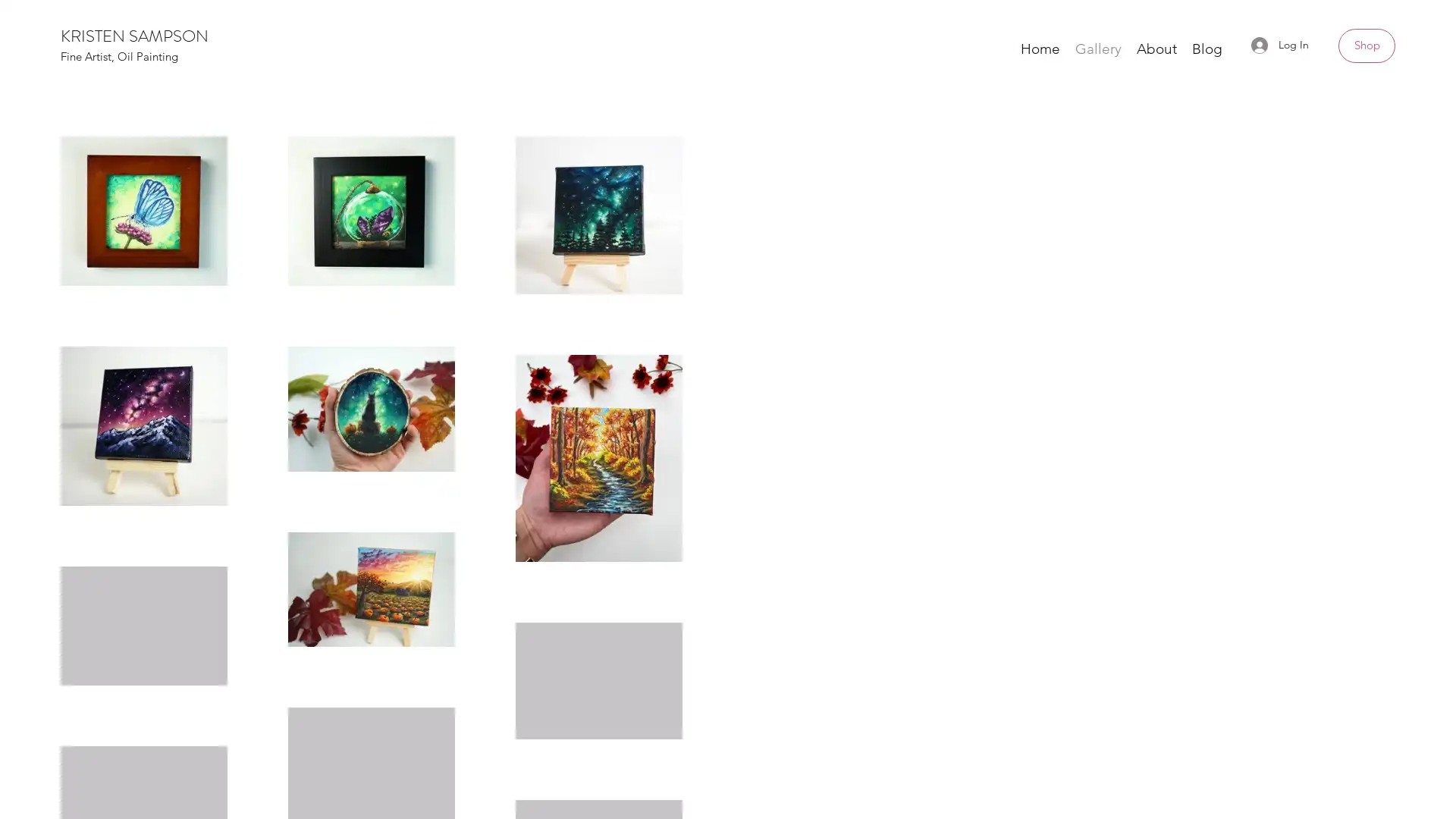 The height and width of the screenshot is (819, 1456). Describe the element at coordinates (262, 316) in the screenshot. I see `"Haven" 3x3 in - 2021` at that location.